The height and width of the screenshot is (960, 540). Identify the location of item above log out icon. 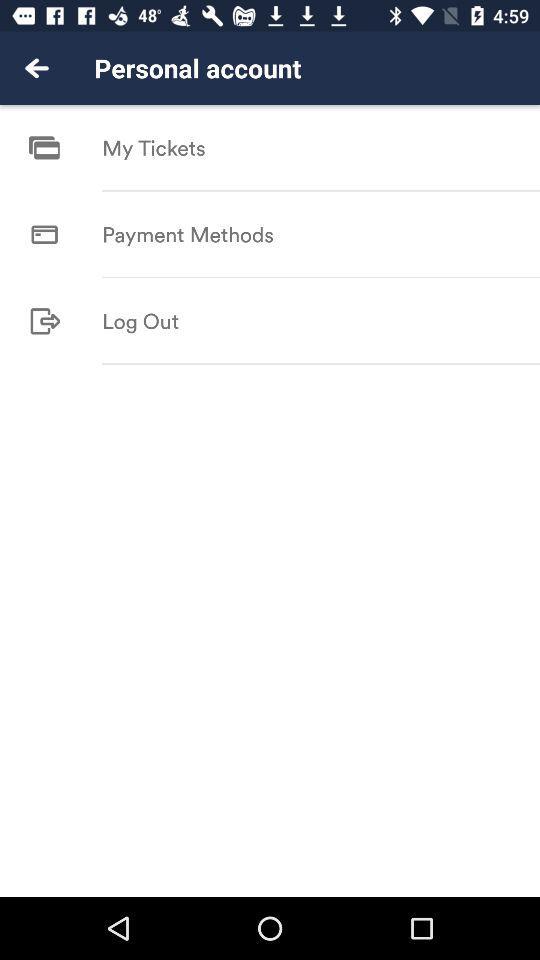
(321, 276).